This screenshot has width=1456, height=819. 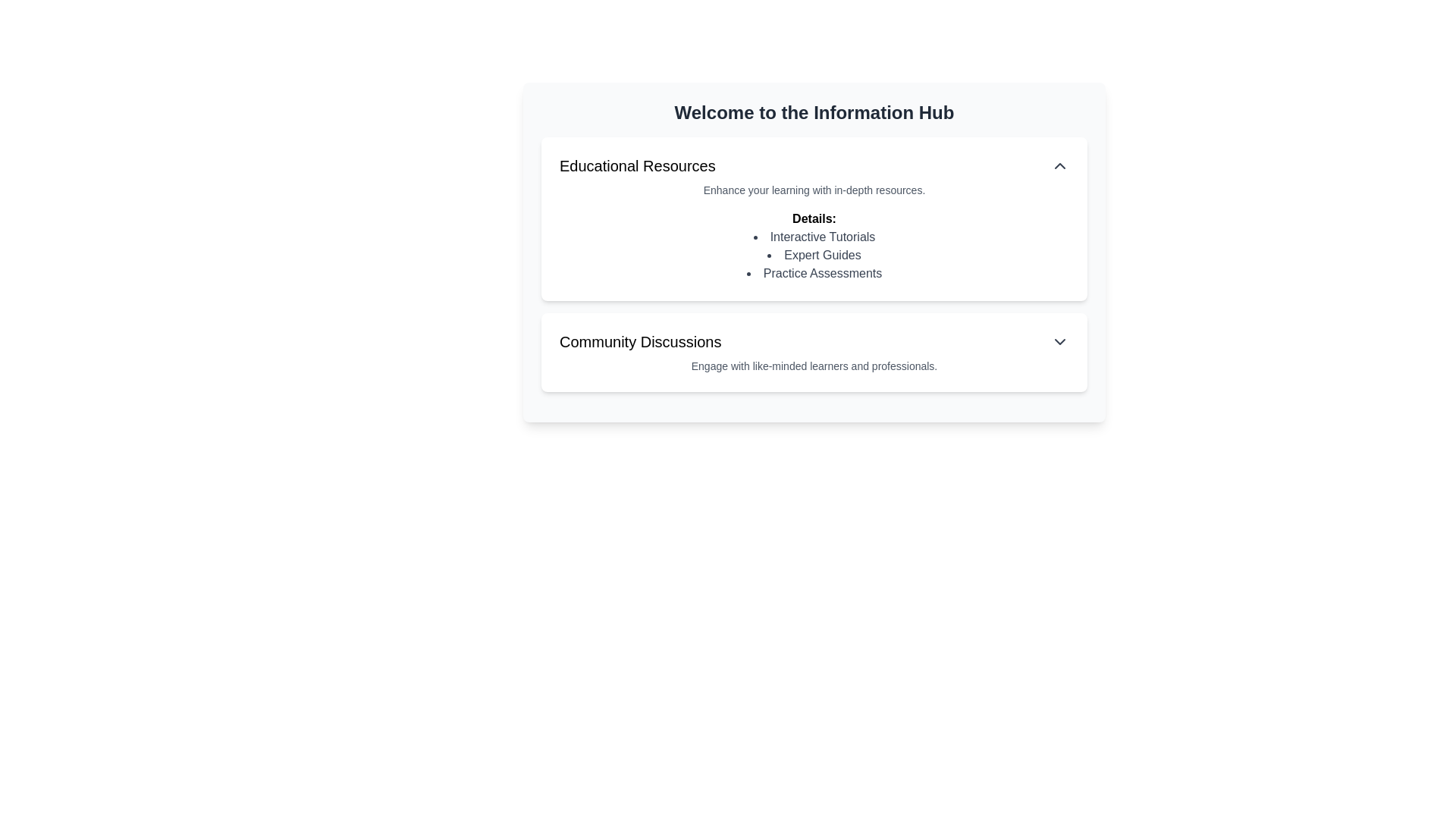 What do you see at coordinates (814, 254) in the screenshot?
I see `the static text list item reading 'Expert Guides' which is the second item in the 'Educational Resources' section under 'Details'` at bounding box center [814, 254].